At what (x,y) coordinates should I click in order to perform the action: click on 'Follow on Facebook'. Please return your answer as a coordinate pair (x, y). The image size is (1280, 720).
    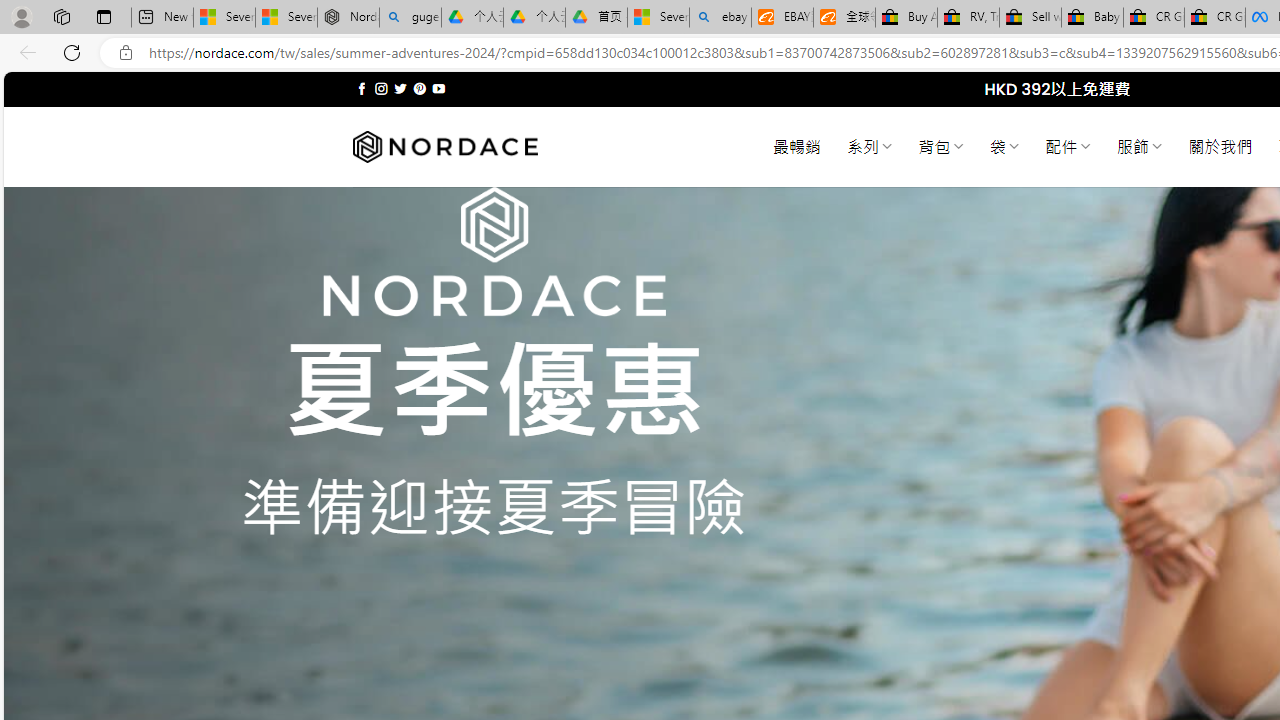
    Looking at the image, I should click on (362, 88).